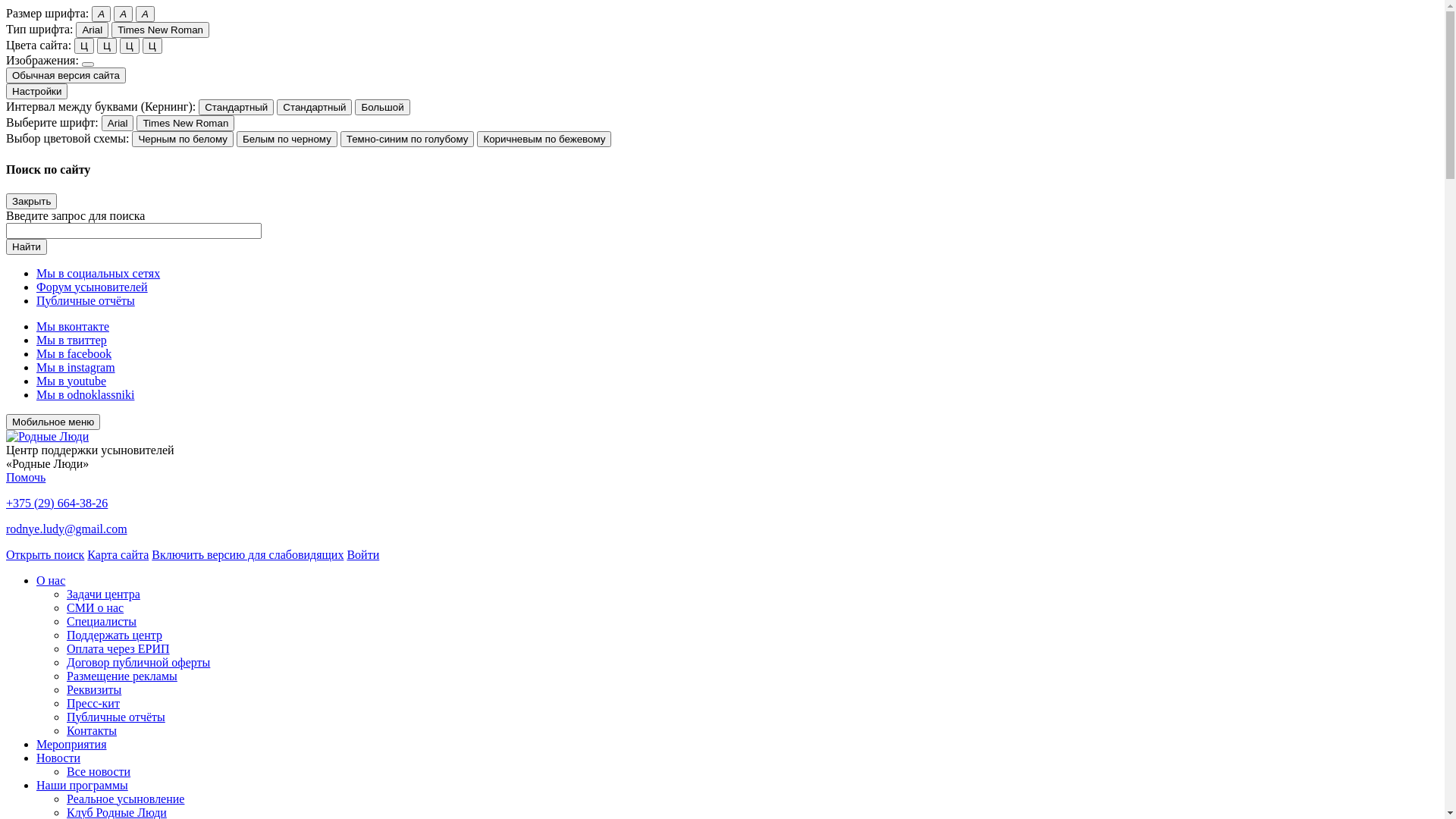 Image resolution: width=1456 pixels, height=819 pixels. I want to click on 'Times New Roman', so click(184, 122).